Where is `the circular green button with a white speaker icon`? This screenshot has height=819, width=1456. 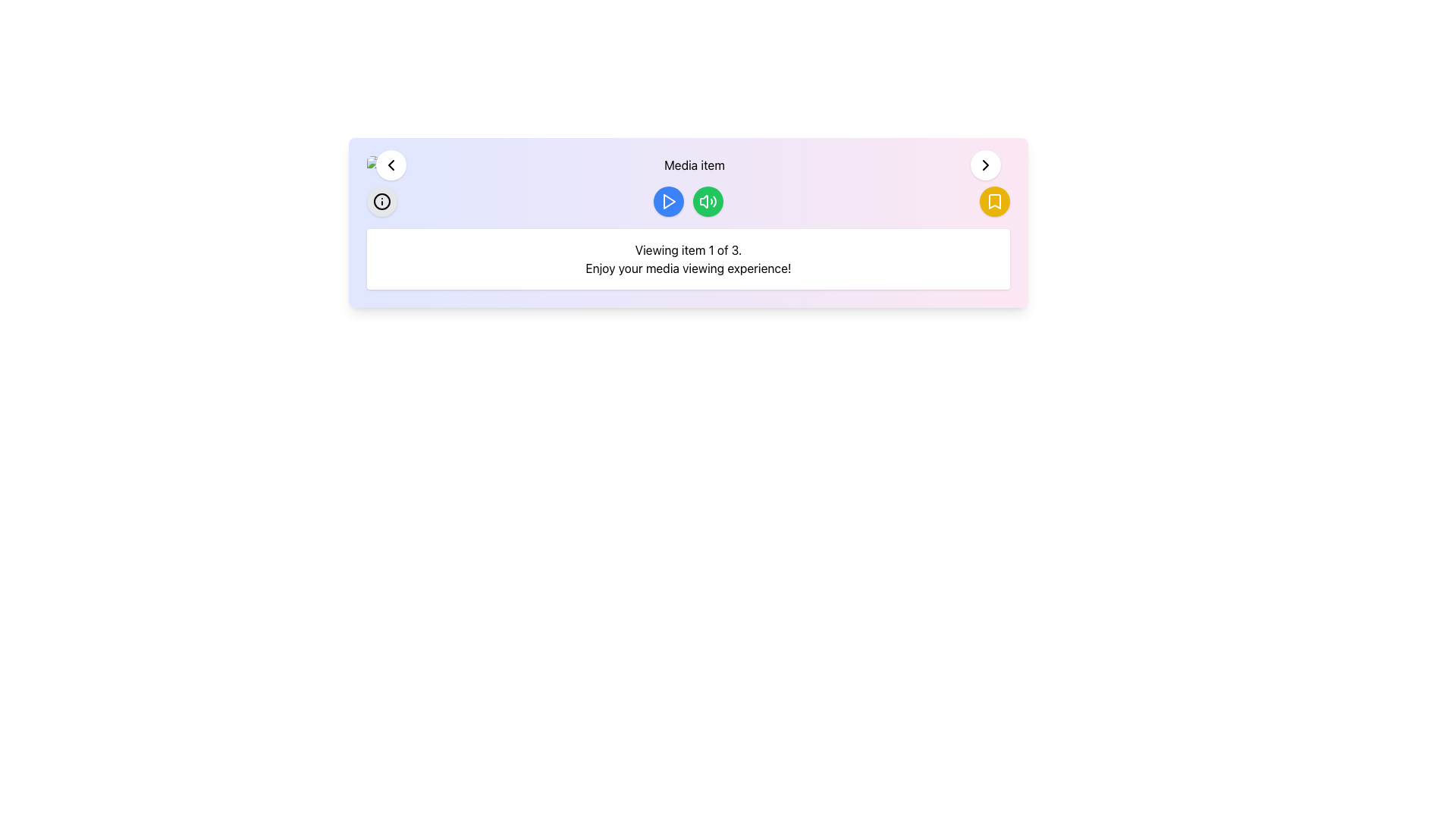 the circular green button with a white speaker icon is located at coordinates (708, 201).